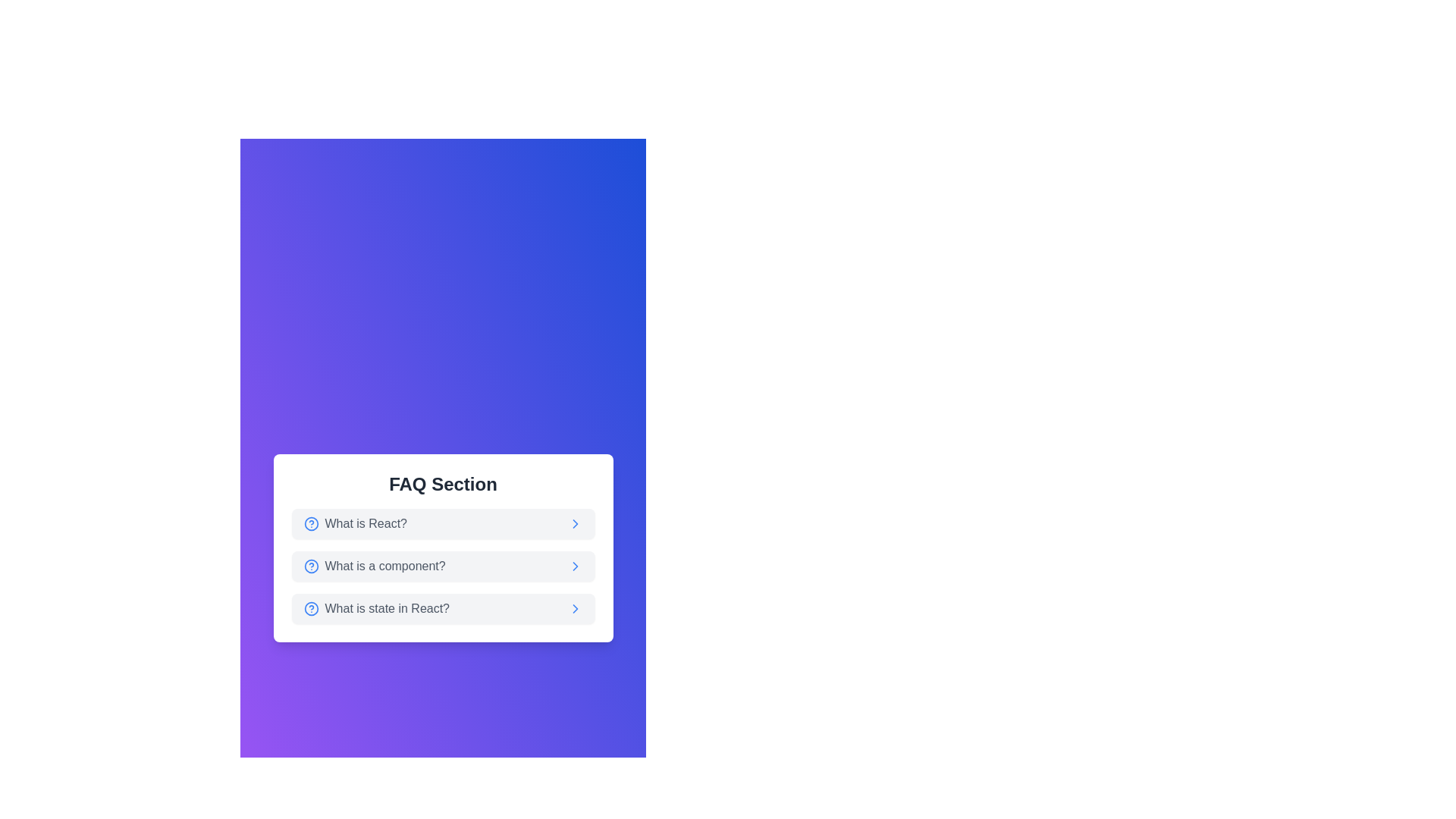  Describe the element at coordinates (310, 566) in the screenshot. I see `the leading icon for the FAQ item 'What is a component?' which is positioned to the left of the text in the FAQ section` at that location.